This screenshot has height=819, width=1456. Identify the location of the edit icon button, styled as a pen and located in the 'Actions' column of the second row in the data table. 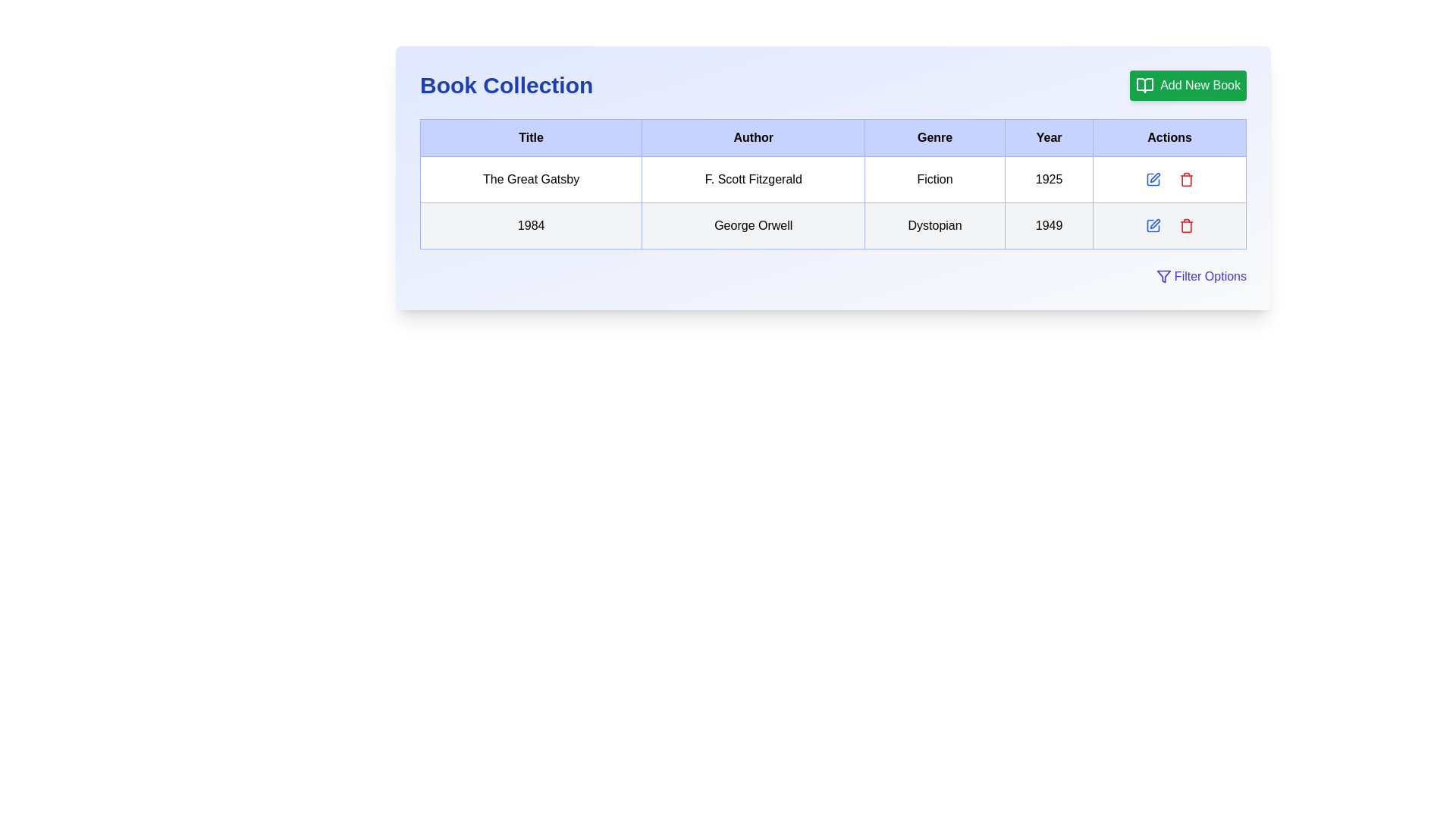
(1153, 225).